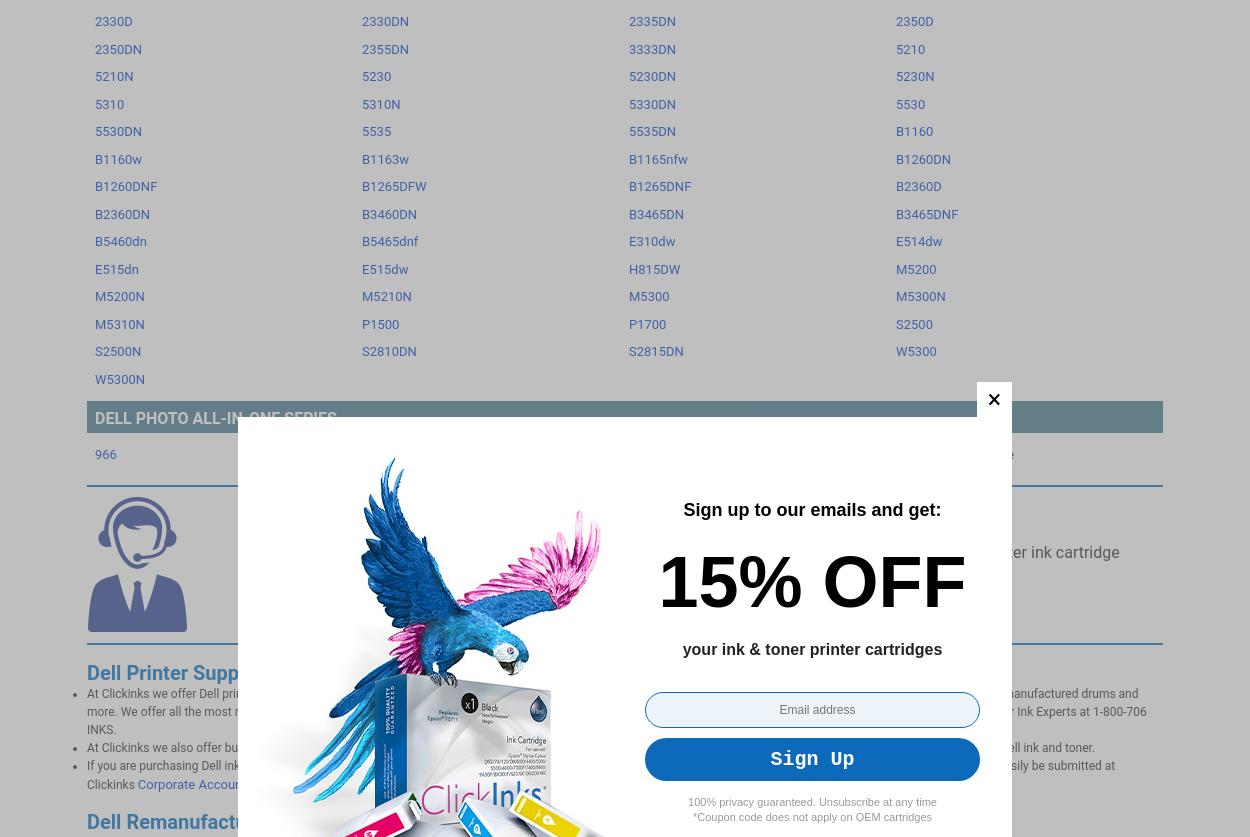  I want to click on 'Limited Warranty', so click(425, 100).